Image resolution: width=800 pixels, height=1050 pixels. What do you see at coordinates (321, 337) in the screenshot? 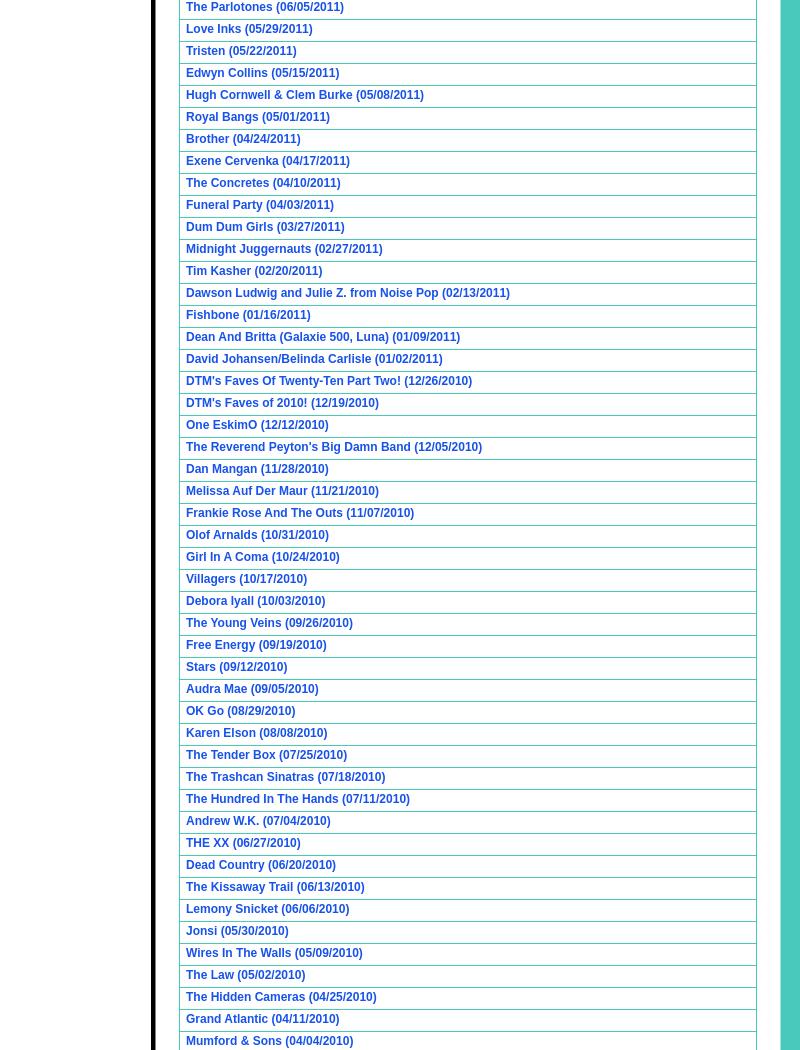
I see `'Dean And Britta (Galaxie 500, Luna) (01/09/2011)'` at bounding box center [321, 337].